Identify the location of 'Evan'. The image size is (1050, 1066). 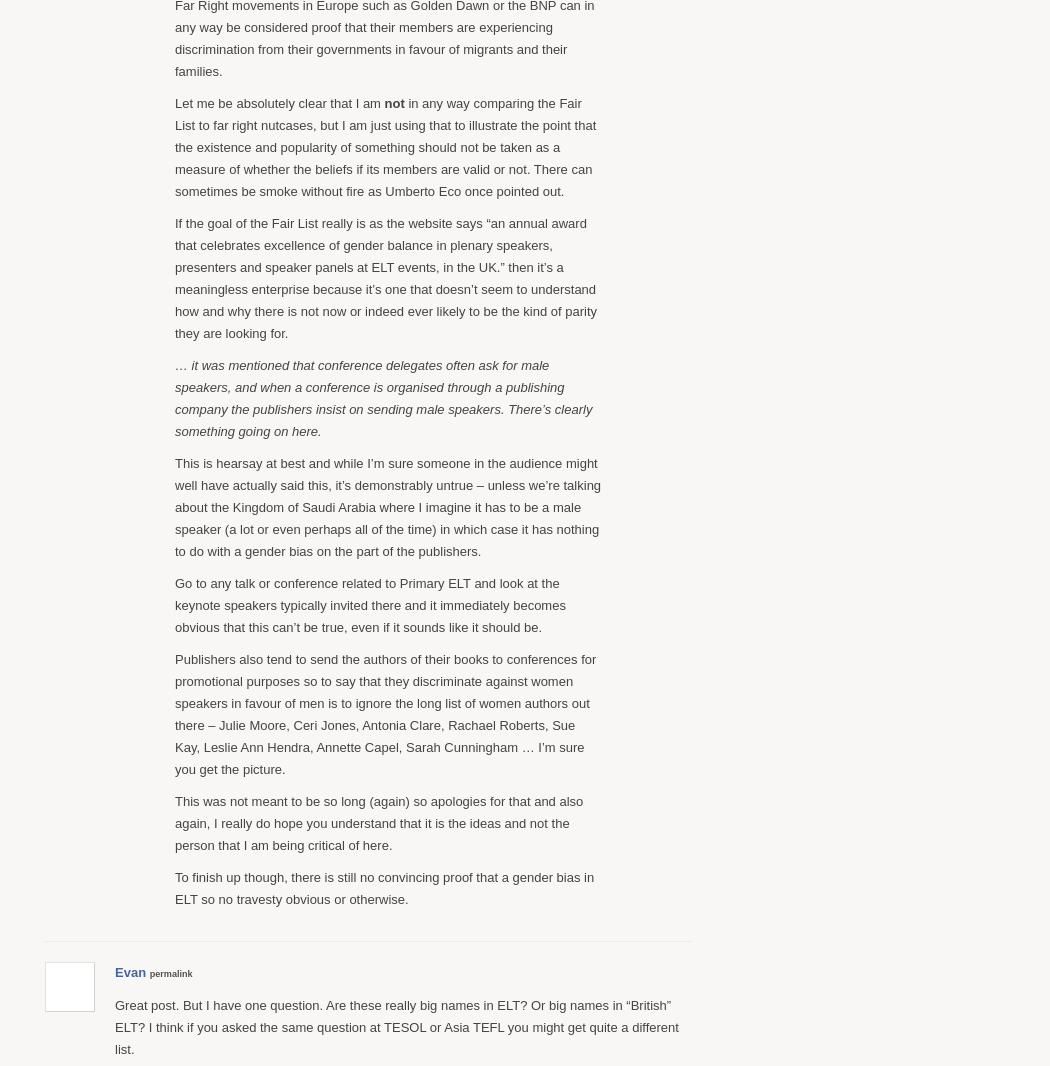
(129, 971).